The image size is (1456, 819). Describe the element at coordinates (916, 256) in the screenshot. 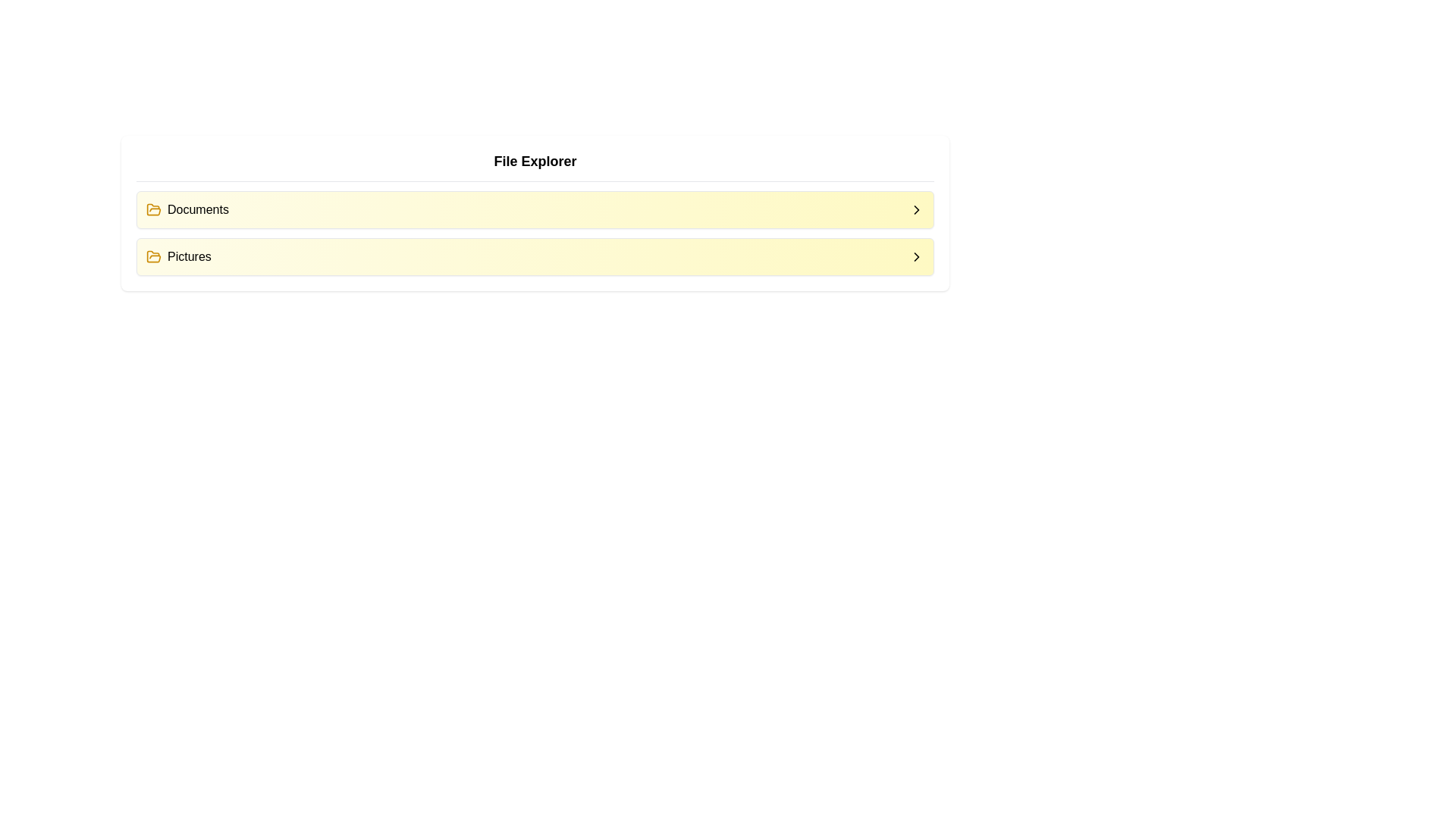

I see `the chevron icon located at the far right of the 'Pictures' entry in the list to emphasize the item` at that location.